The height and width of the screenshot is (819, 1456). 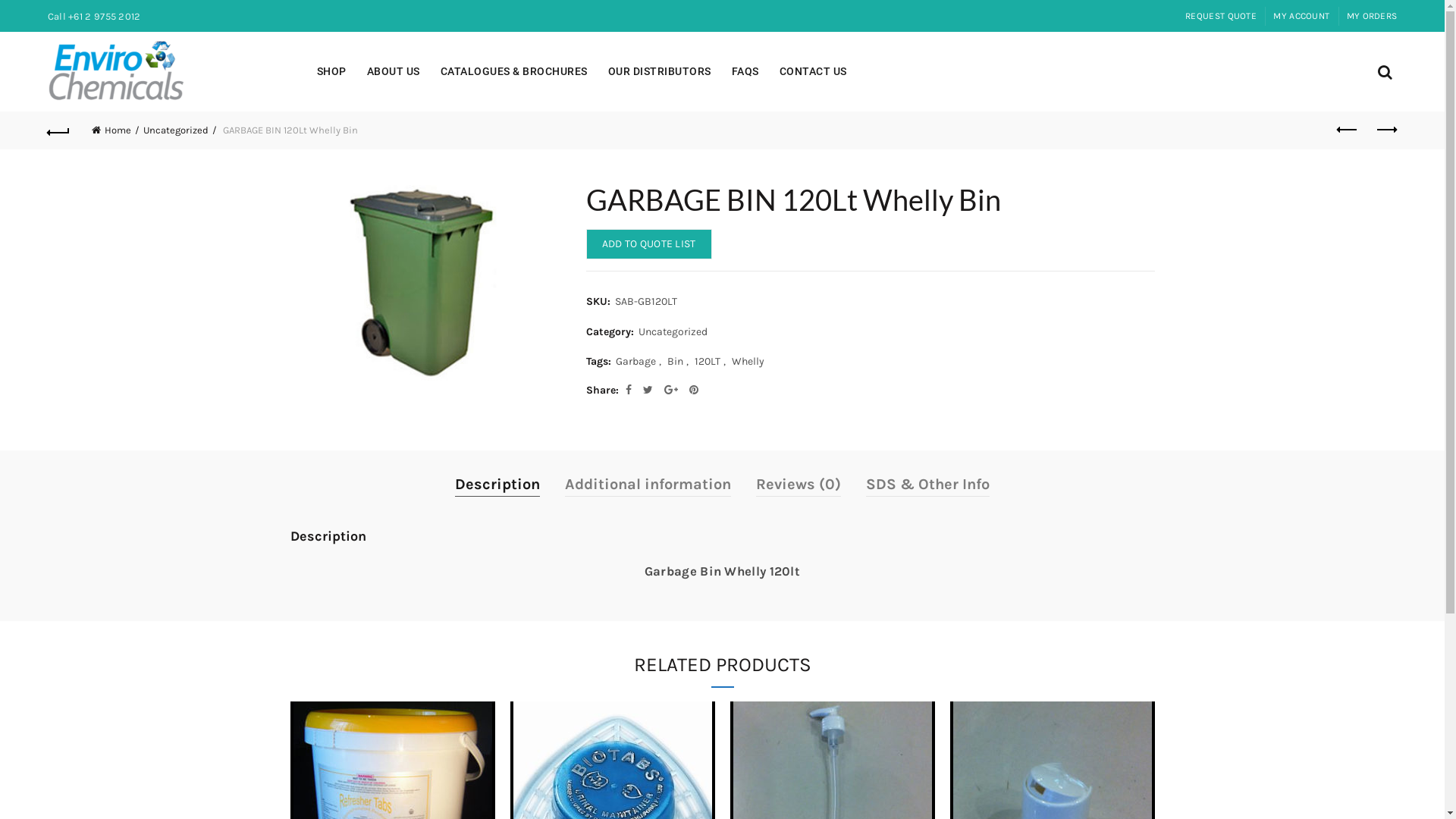 I want to click on 'OUR DISTRIBUTORS', so click(x=659, y=71).